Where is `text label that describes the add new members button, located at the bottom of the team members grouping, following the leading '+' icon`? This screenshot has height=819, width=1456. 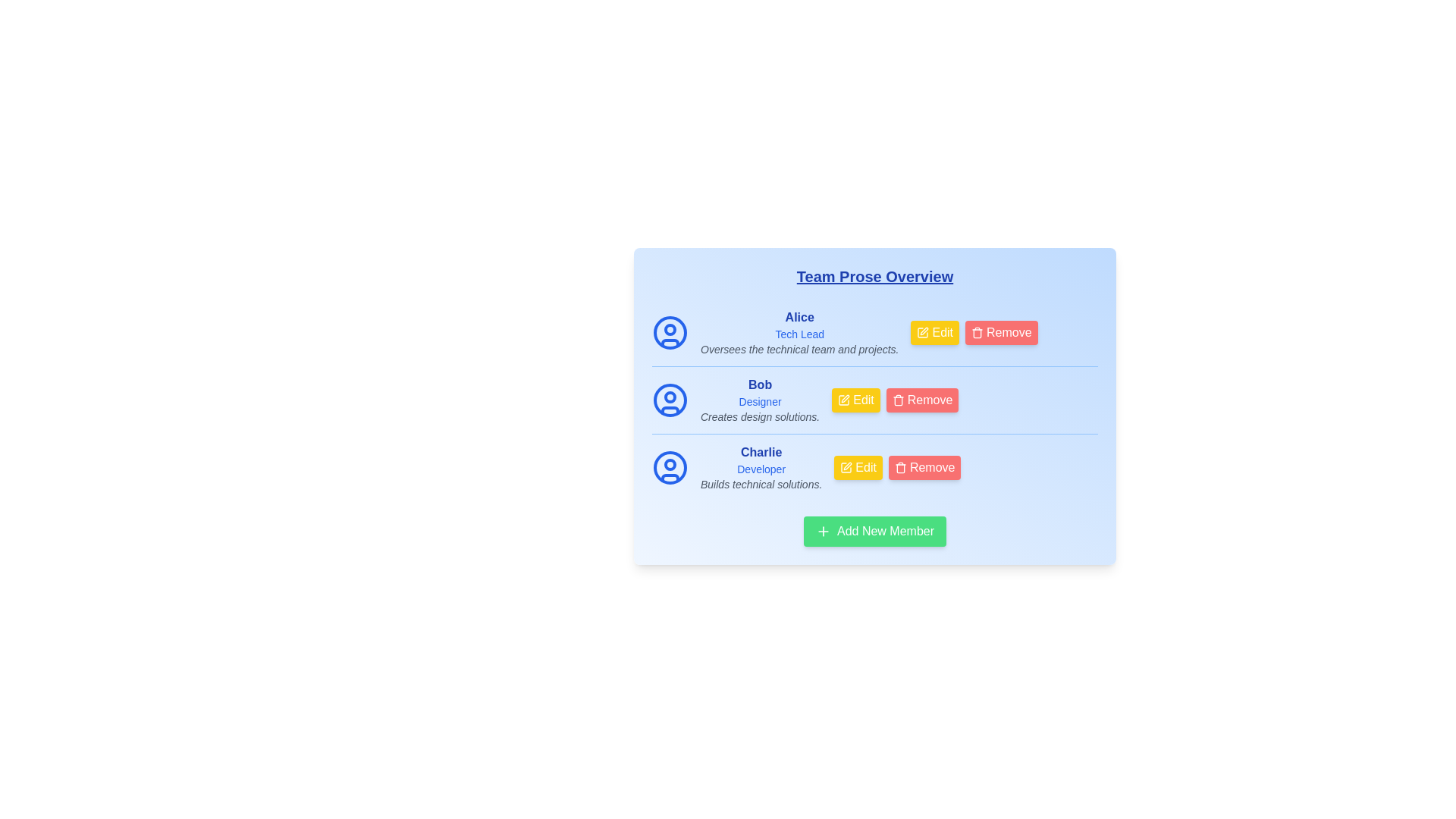 text label that describes the add new members button, located at the bottom of the team members grouping, following the leading '+' icon is located at coordinates (882, 531).